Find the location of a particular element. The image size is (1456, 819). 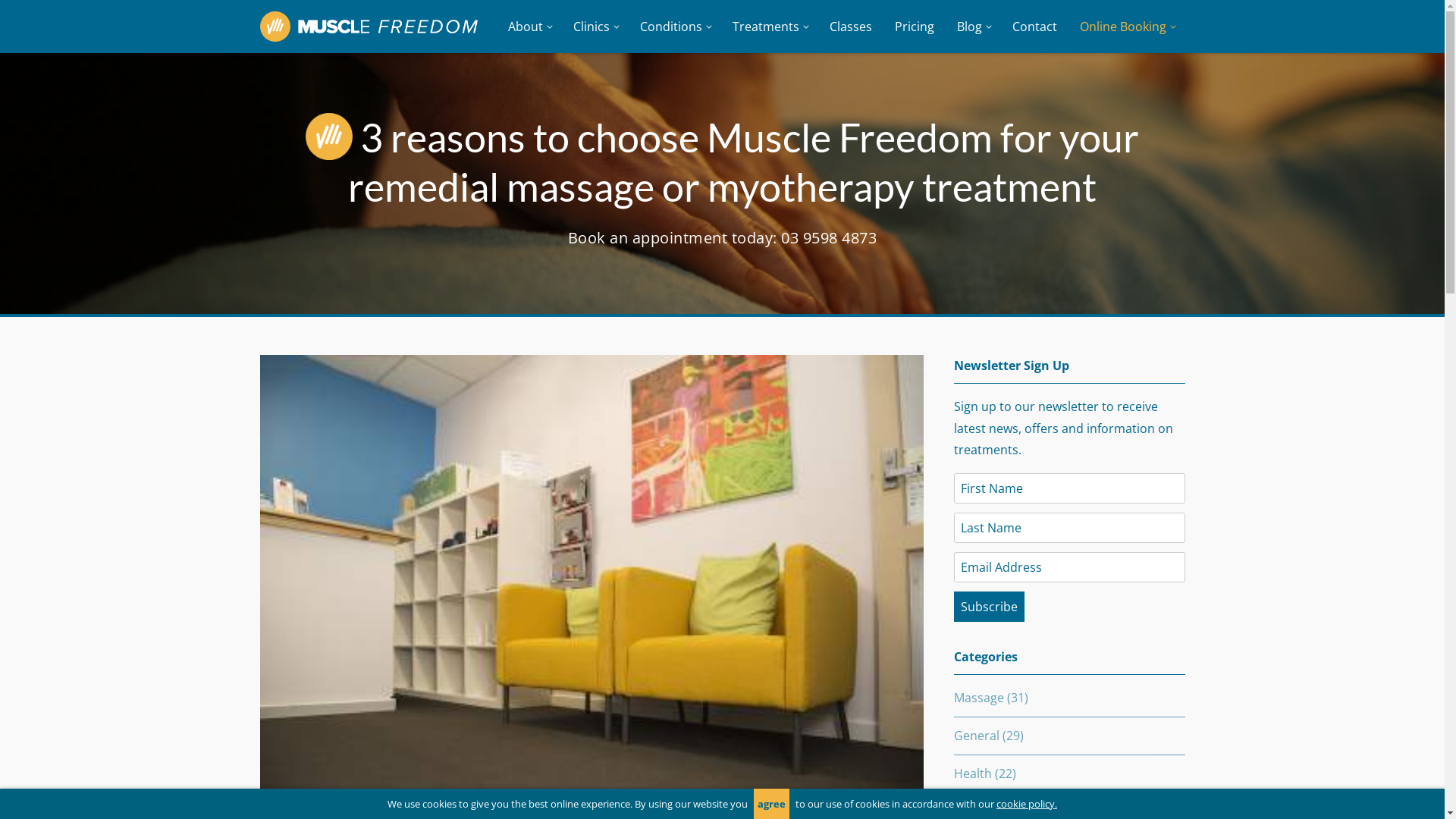

'Subscribe' is located at coordinates (989, 605).